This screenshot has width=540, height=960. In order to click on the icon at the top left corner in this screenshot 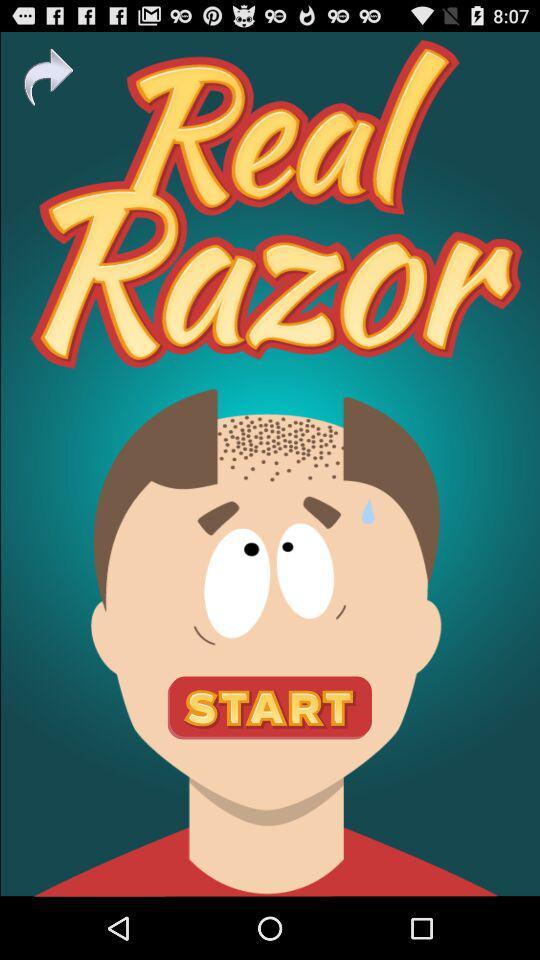, I will do `click(48, 77)`.